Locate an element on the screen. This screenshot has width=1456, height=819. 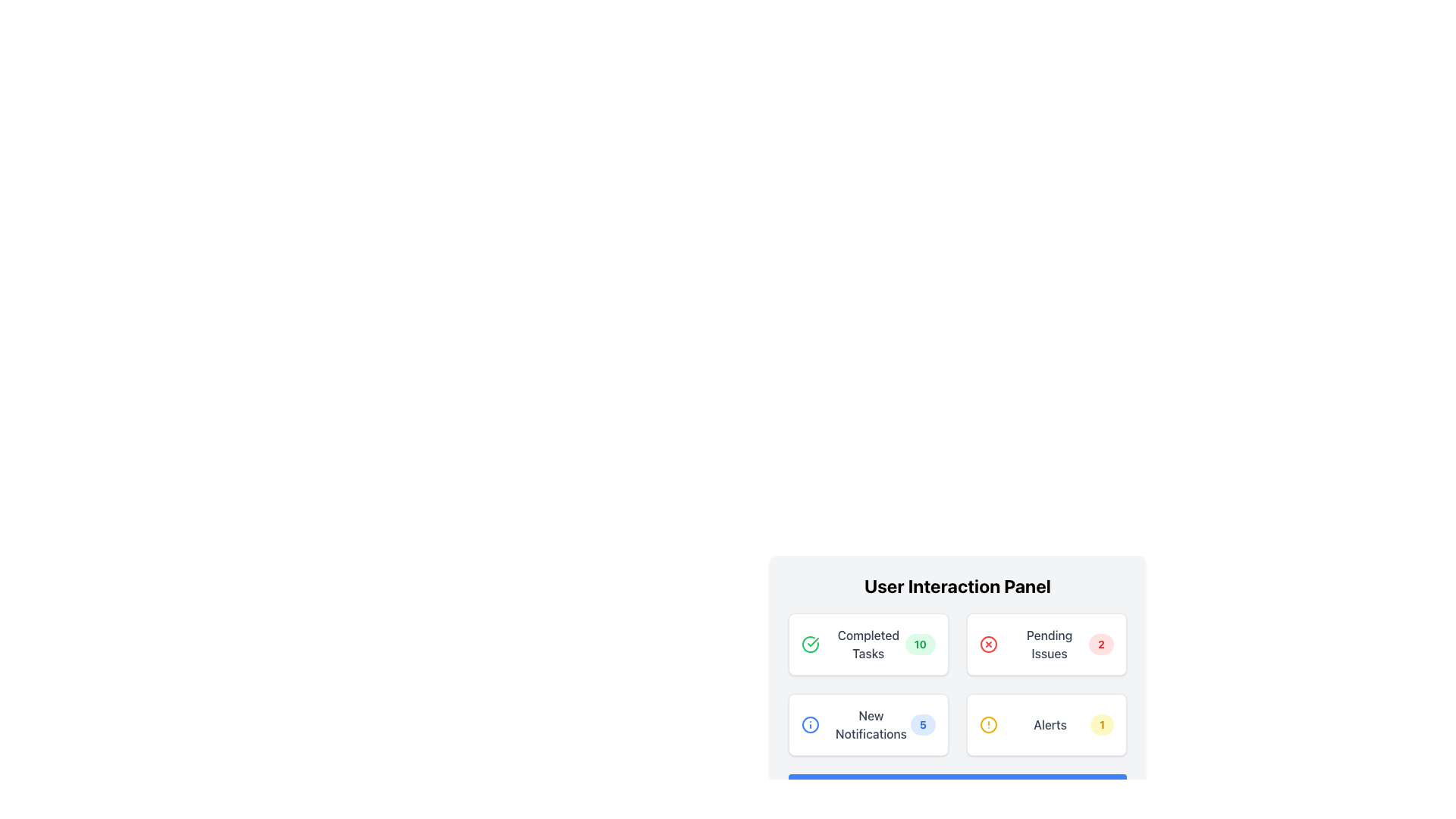
the badge that indicates the count of completed tasks located in the 'Completed Tasks' section of the 'User Interaction Panel' is located at coordinates (919, 644).